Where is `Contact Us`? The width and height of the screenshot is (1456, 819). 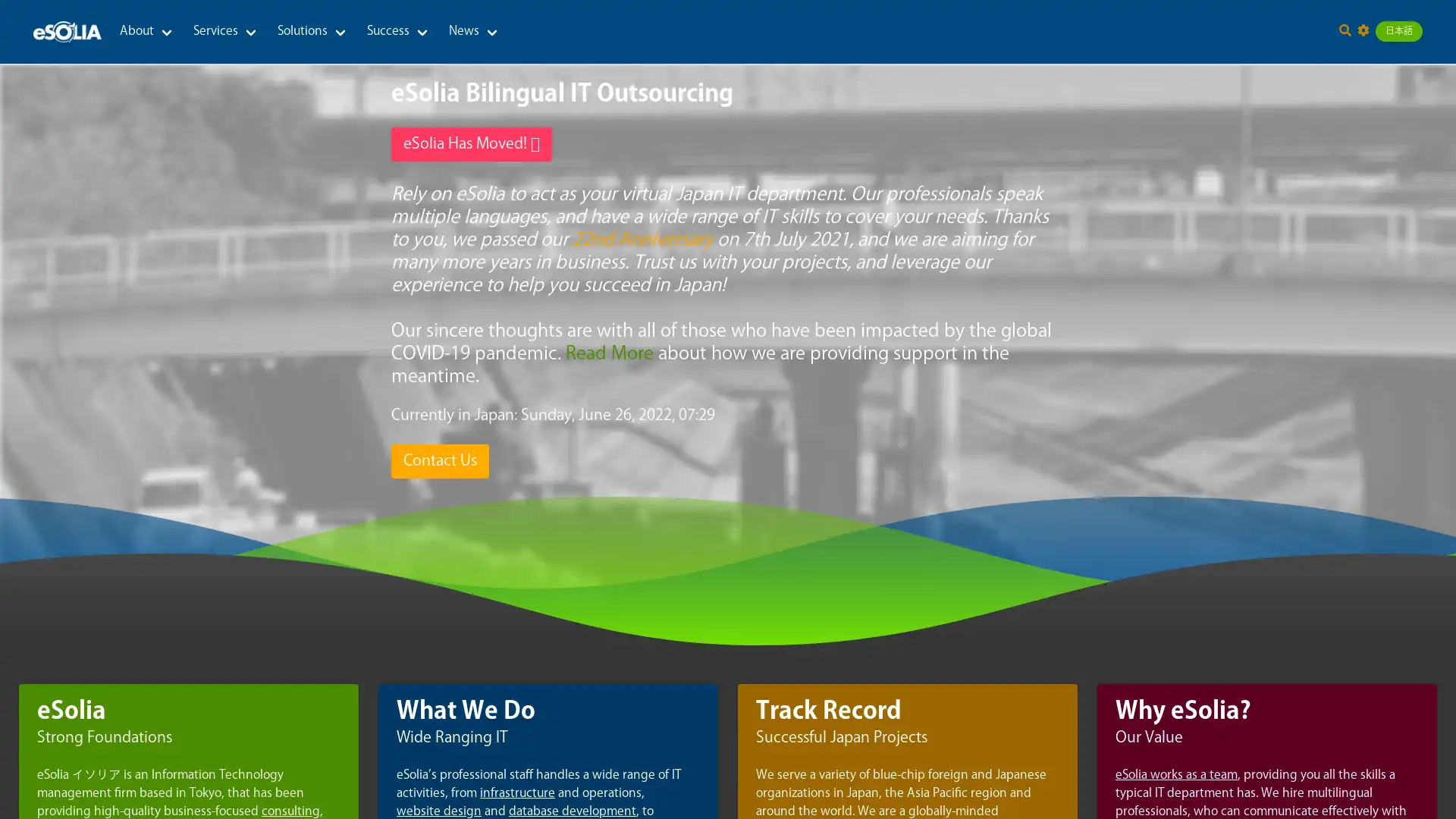
Contact Us is located at coordinates (439, 460).